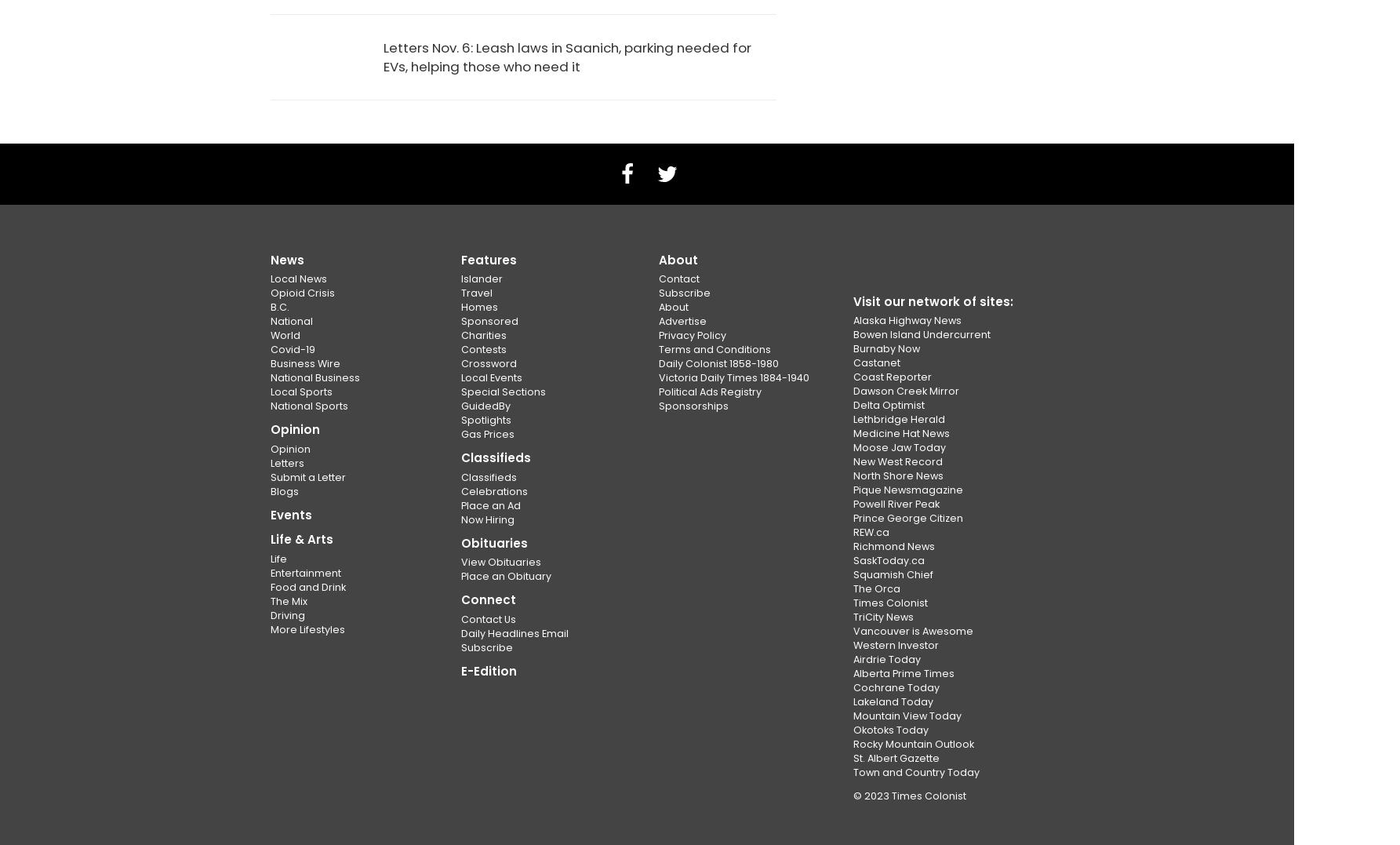 The height and width of the screenshot is (845, 1400). I want to click on 'National', so click(271, 321).